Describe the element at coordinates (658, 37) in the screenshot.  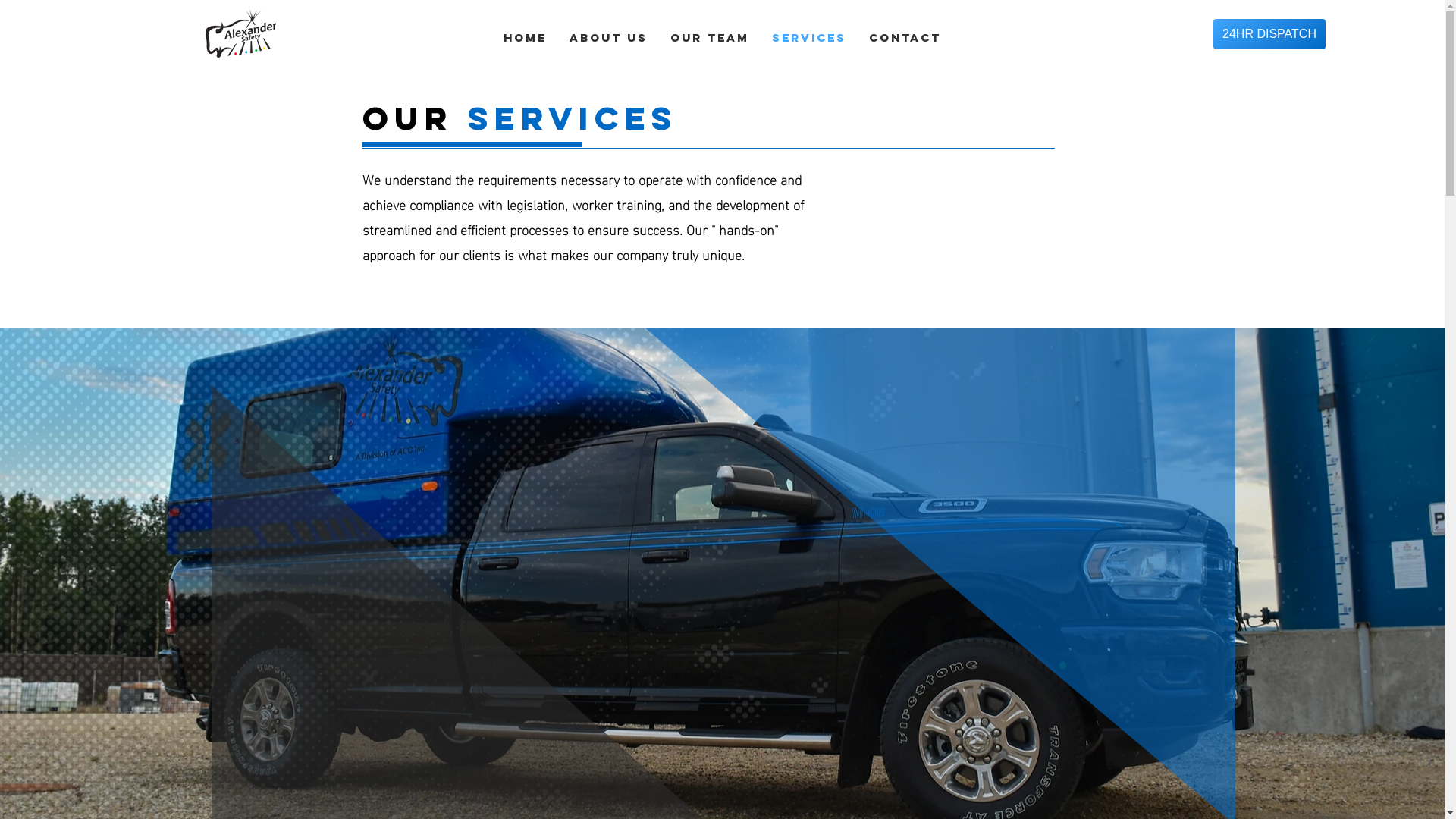
I see `'OUR TEAM'` at that location.